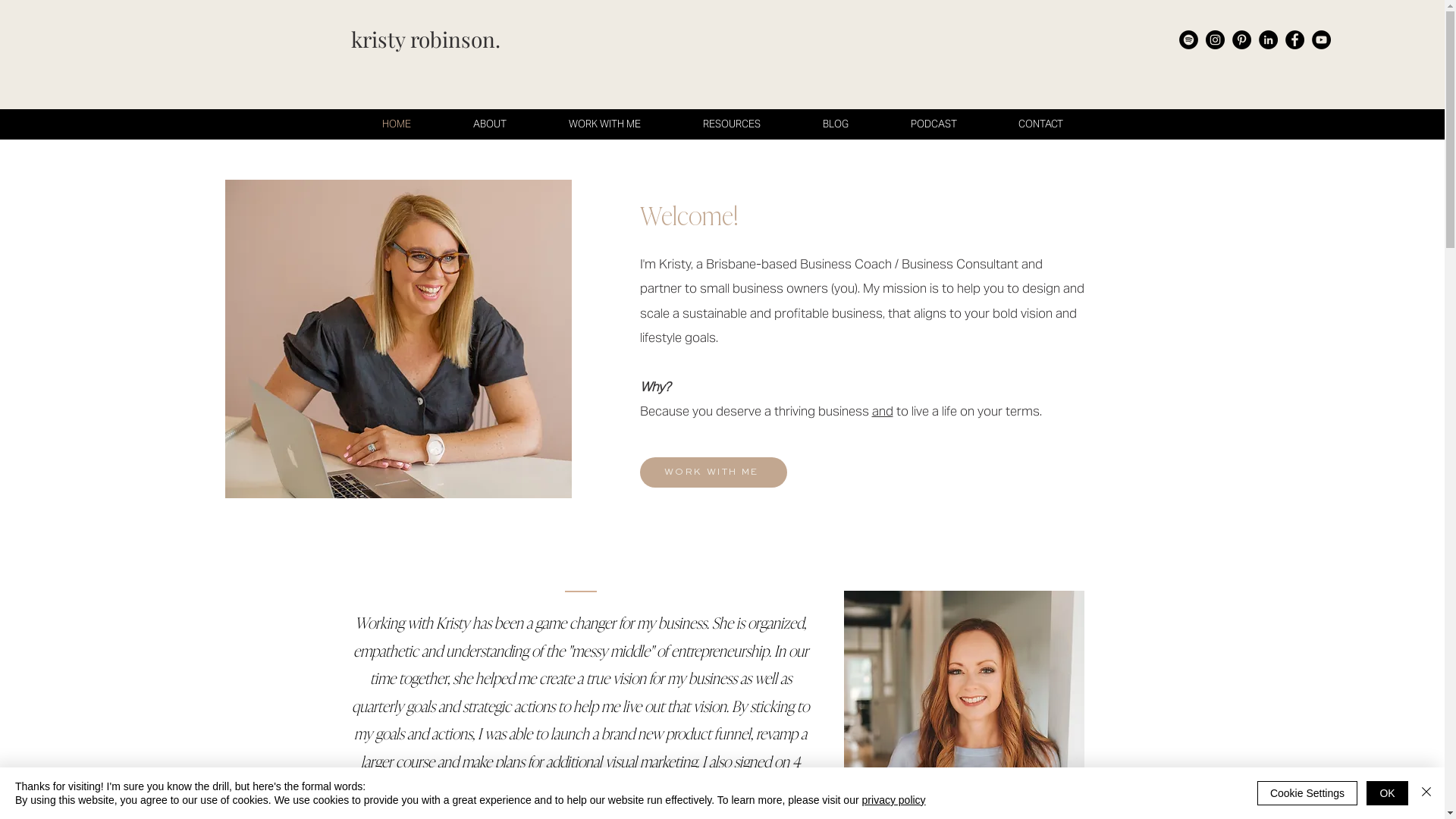  What do you see at coordinates (1387, 792) in the screenshot?
I see `'OK'` at bounding box center [1387, 792].